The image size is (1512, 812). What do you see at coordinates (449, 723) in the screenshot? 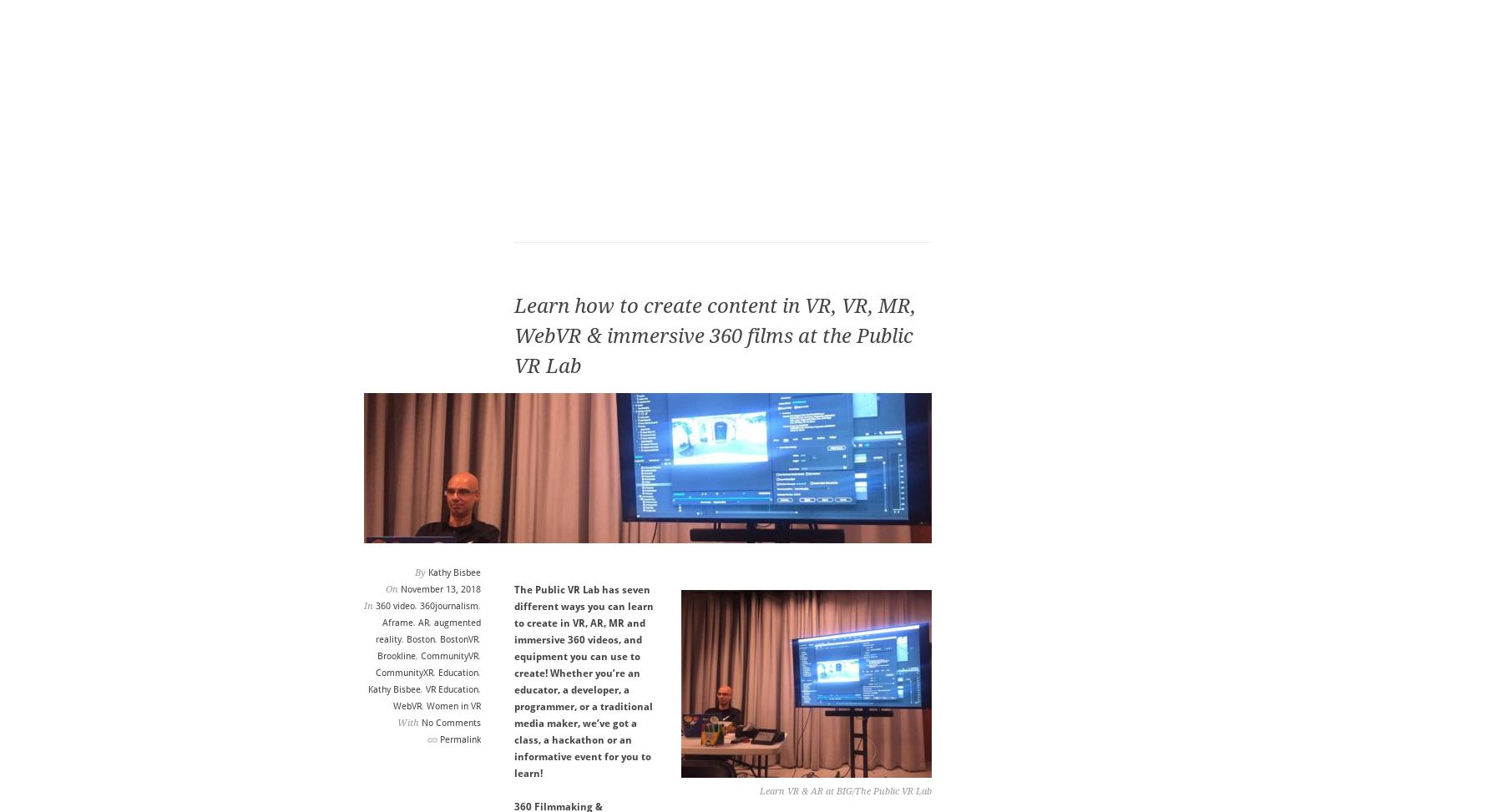
I see `'No Comments'` at bounding box center [449, 723].